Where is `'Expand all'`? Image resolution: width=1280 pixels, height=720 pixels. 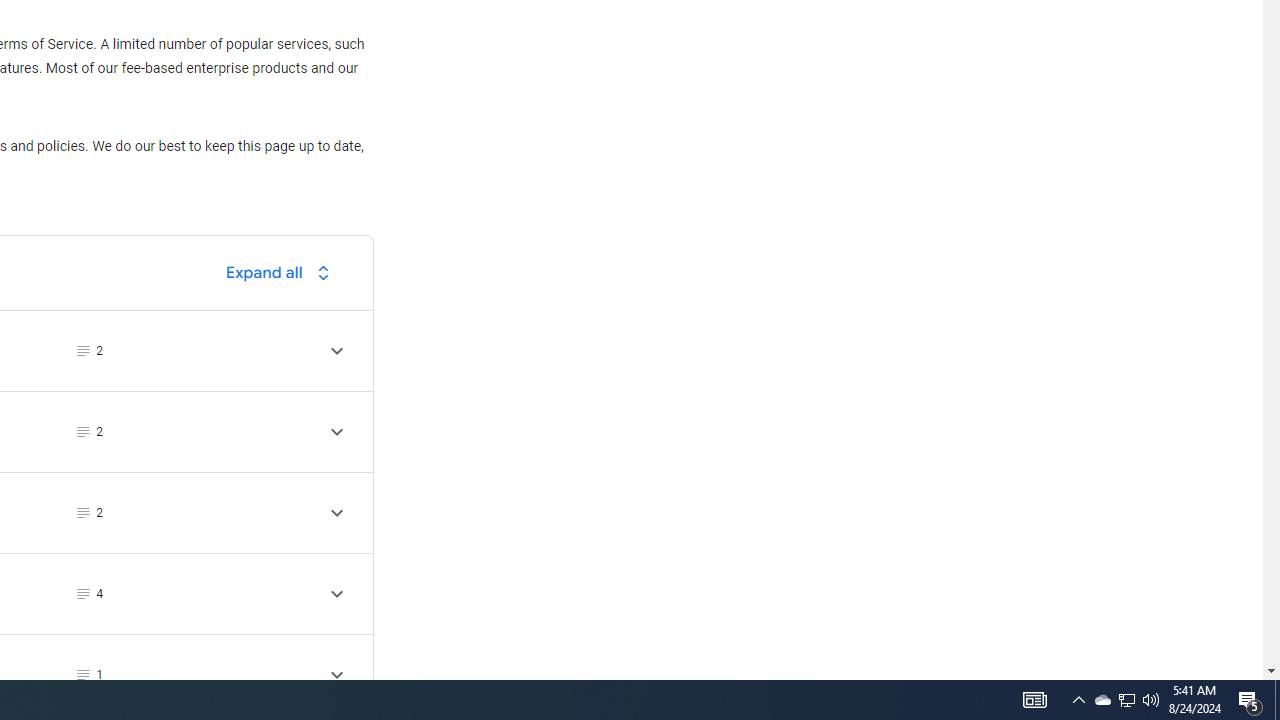 'Expand all' is located at coordinates (282, 272).